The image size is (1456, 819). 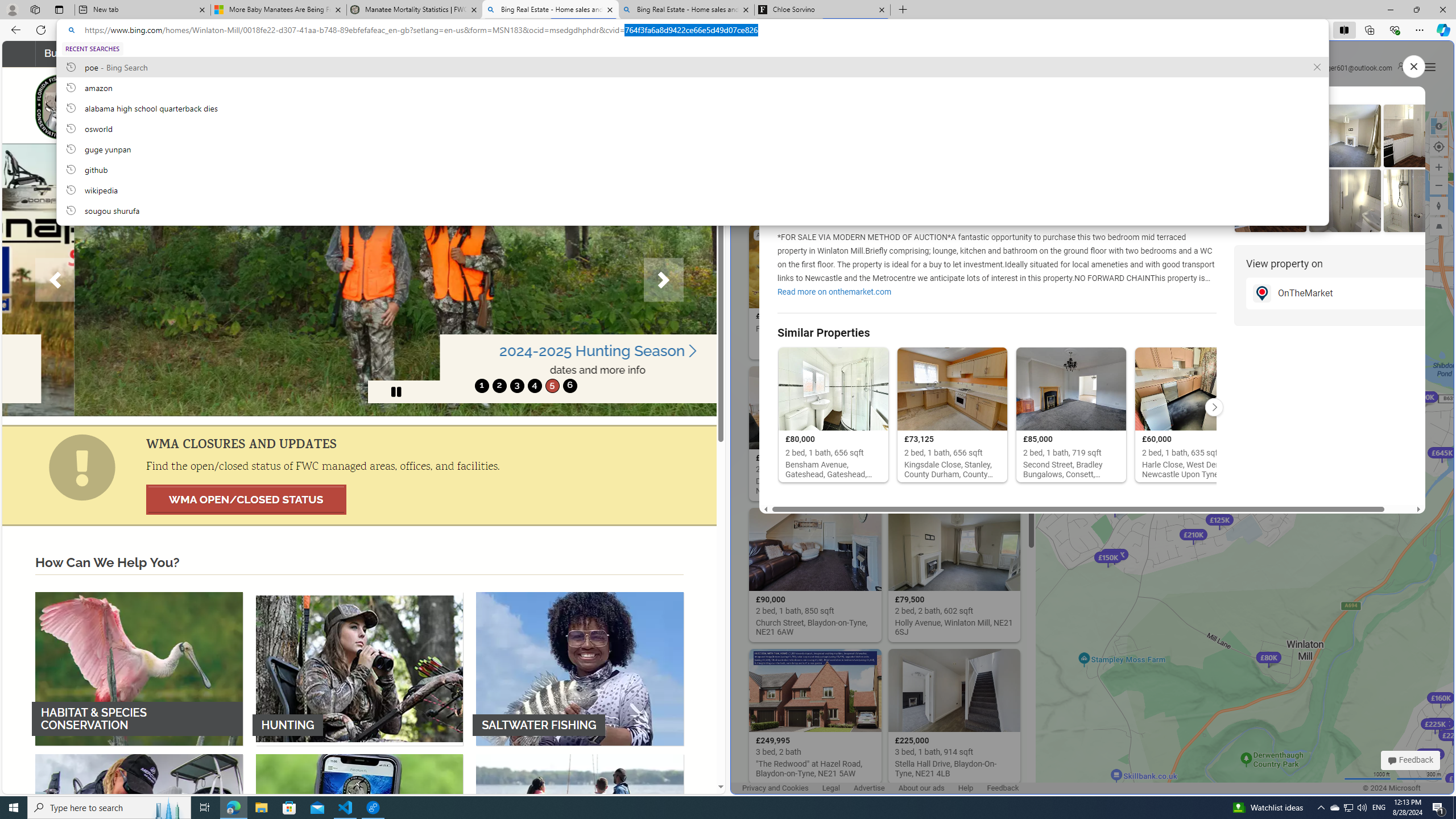 I want to click on 'HABITAT & SPECIES CONSERVATION', so click(x=139, y=668).